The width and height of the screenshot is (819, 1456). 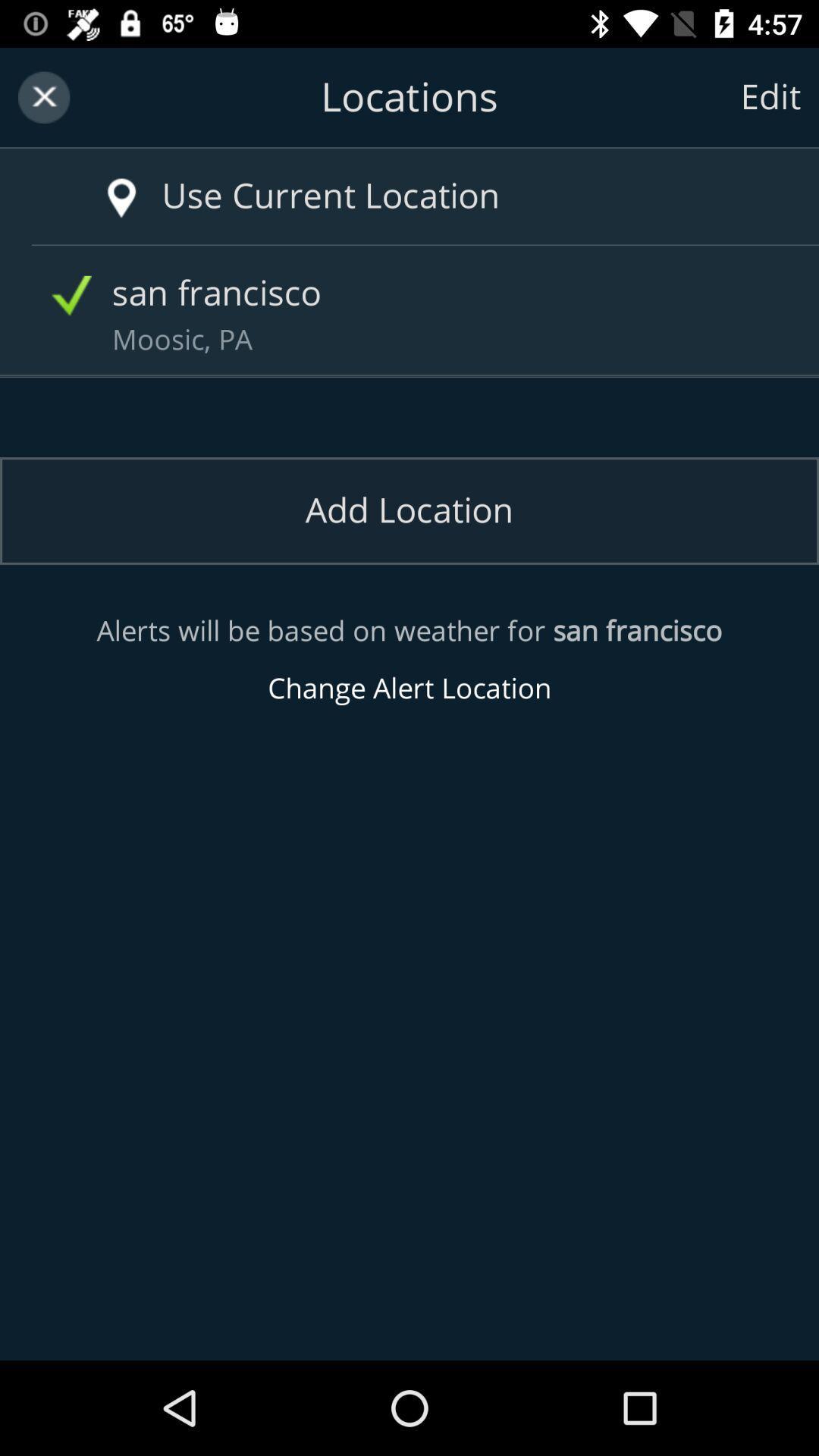 I want to click on the alerts will be item, so click(x=409, y=660).